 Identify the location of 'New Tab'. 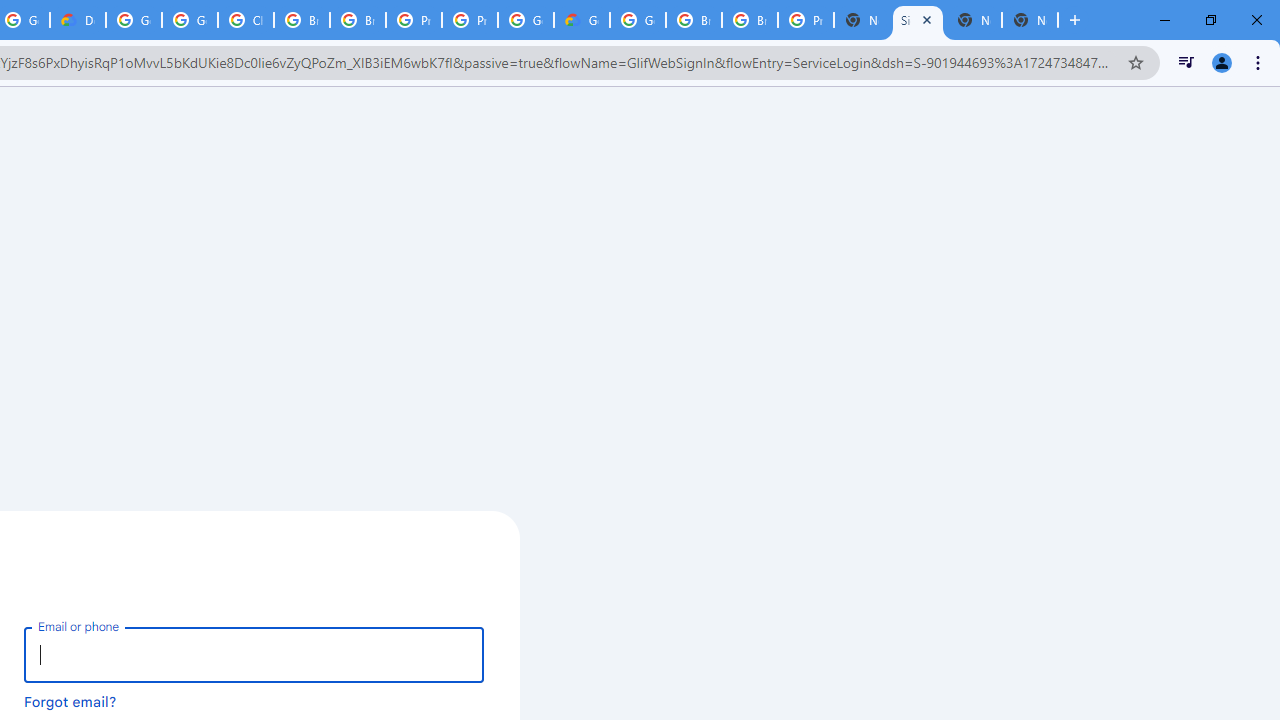
(1030, 20).